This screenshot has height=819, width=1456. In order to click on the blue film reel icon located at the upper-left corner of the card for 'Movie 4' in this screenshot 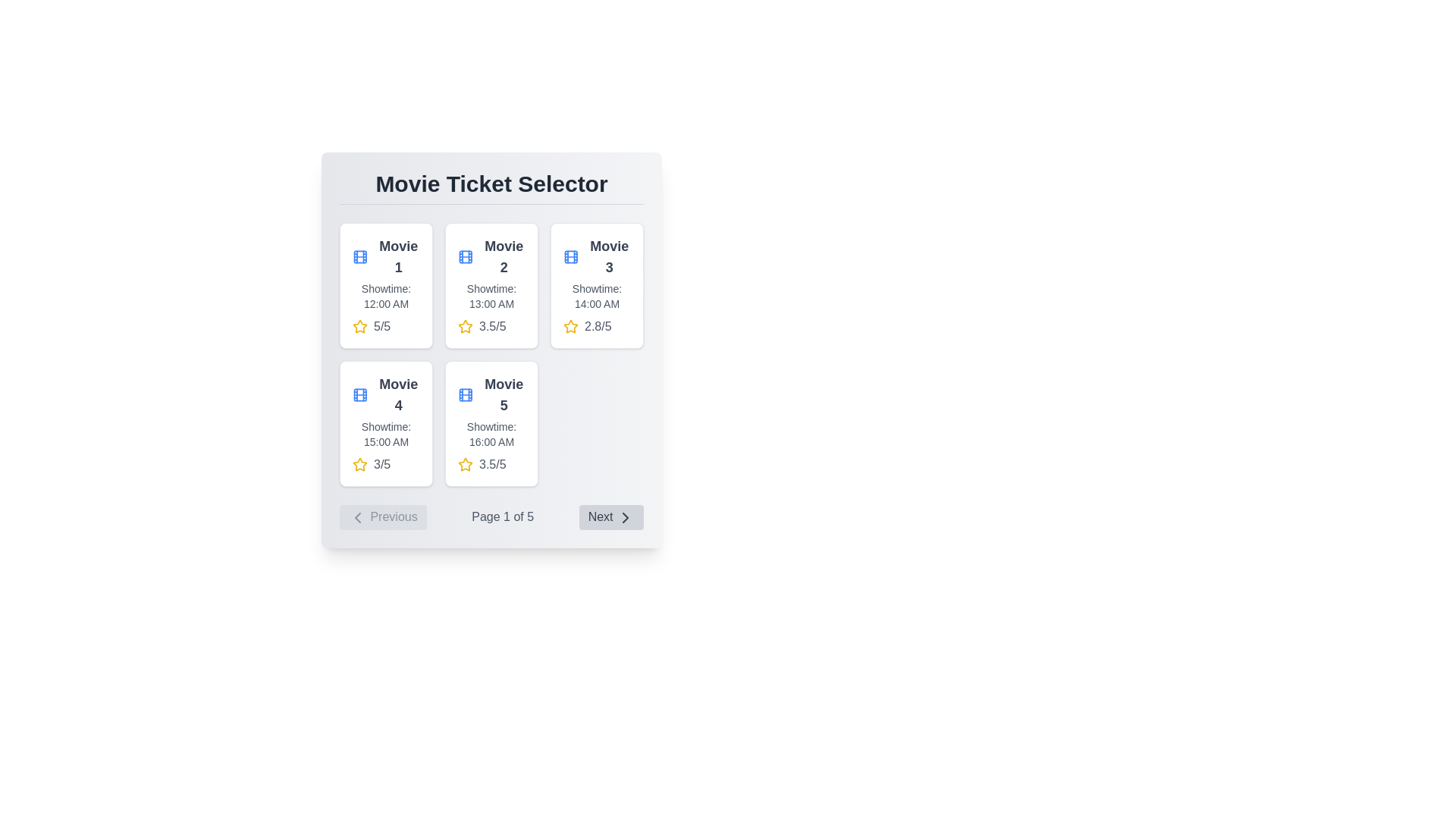, I will do `click(359, 394)`.